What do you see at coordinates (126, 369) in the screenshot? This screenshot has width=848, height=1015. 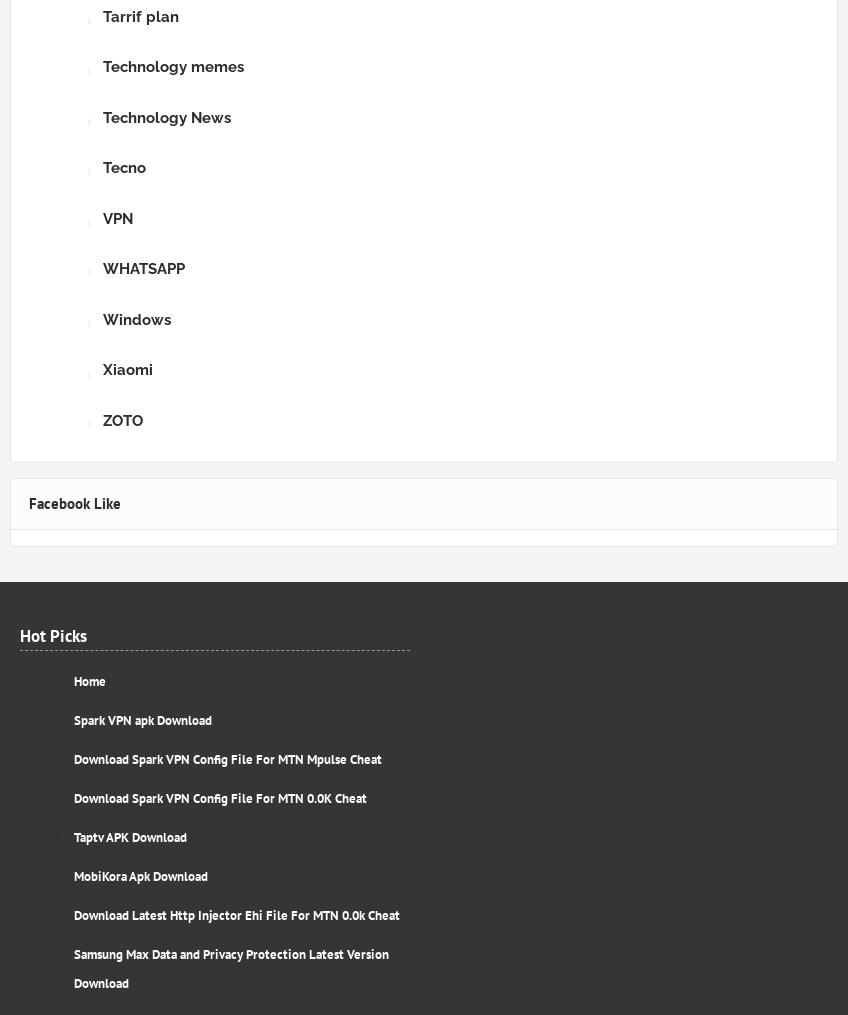 I see `'Xiaomi'` at bounding box center [126, 369].